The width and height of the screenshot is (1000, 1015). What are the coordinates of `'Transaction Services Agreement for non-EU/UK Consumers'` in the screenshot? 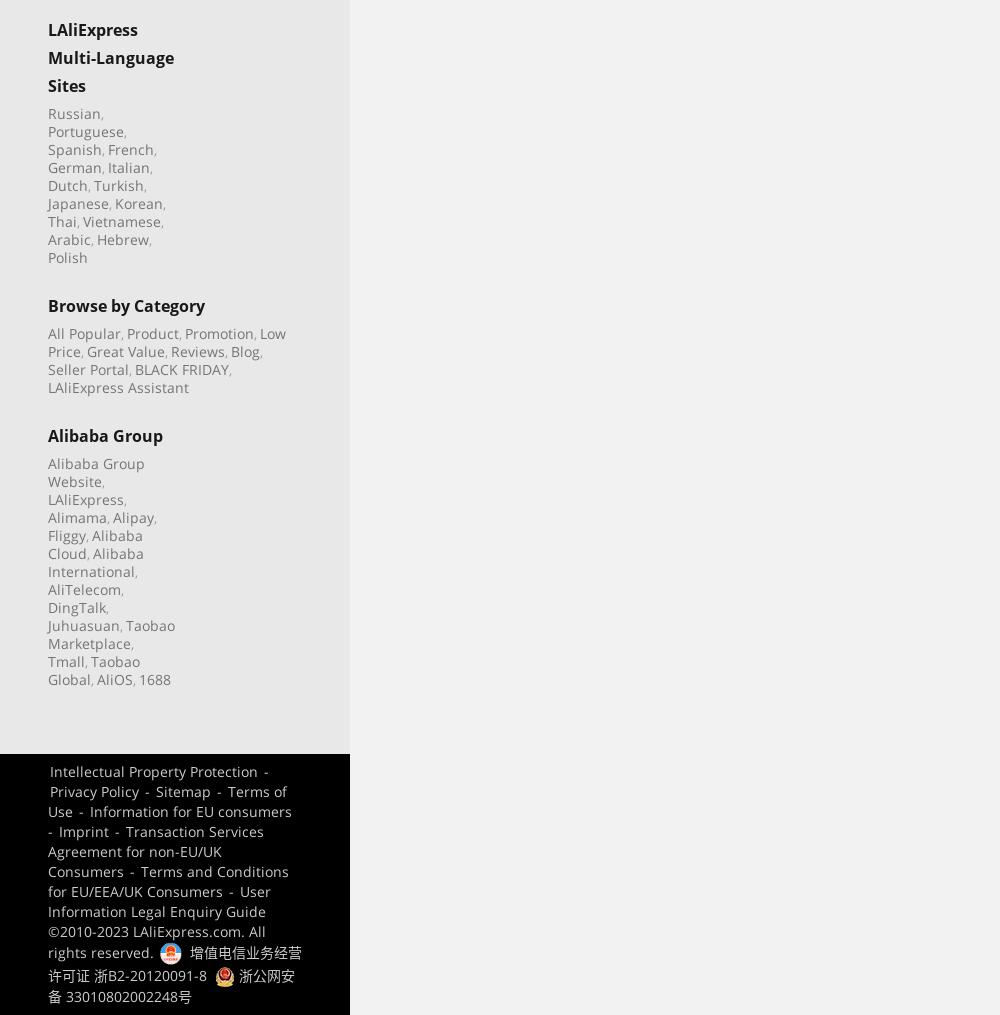 It's located at (48, 850).